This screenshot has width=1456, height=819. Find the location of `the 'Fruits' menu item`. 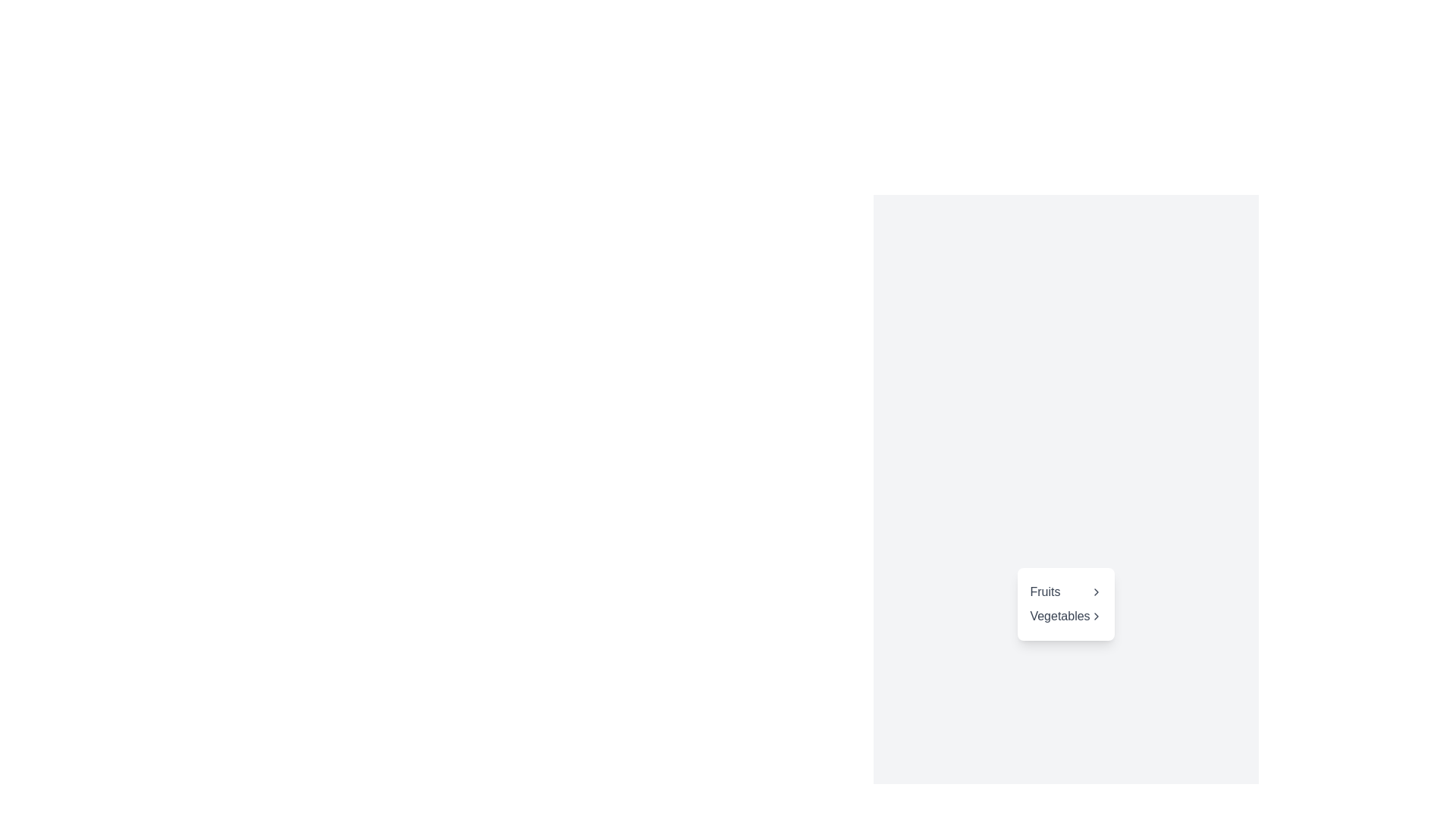

the 'Fruits' menu item is located at coordinates (1065, 591).